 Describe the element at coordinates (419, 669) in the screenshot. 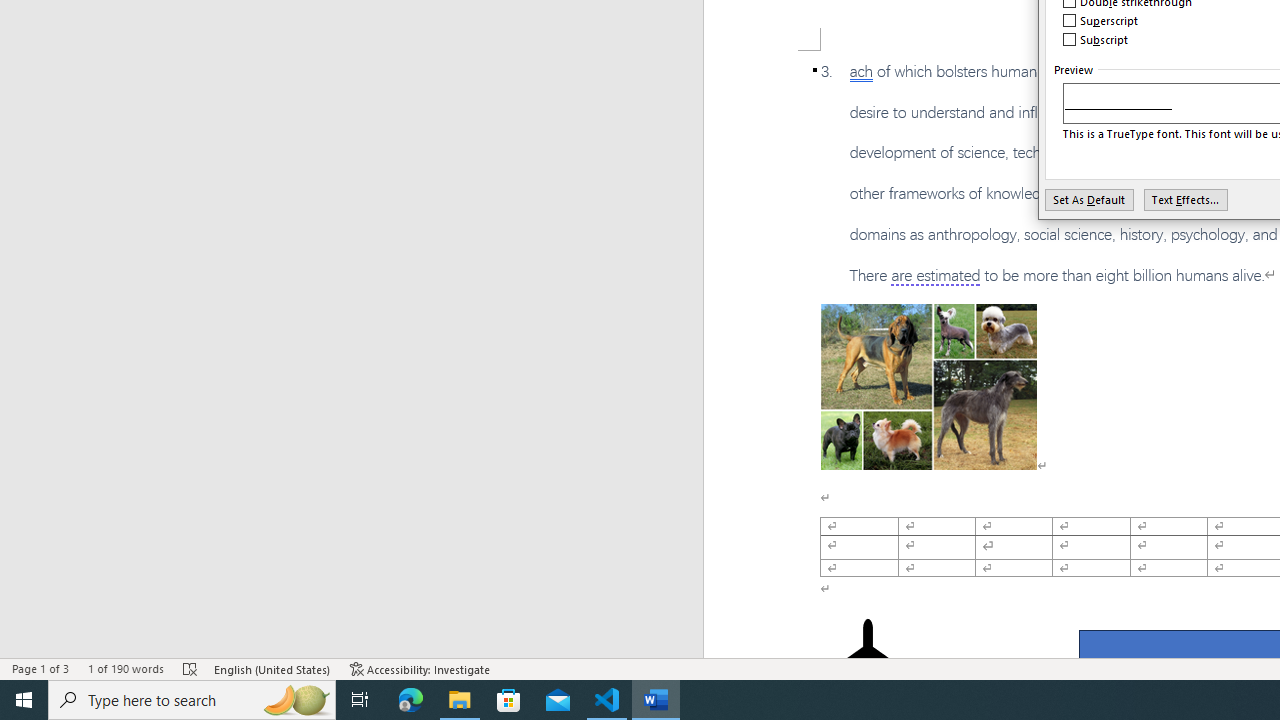

I see `'Accessibility Checker Accessibility: Investigate'` at that location.